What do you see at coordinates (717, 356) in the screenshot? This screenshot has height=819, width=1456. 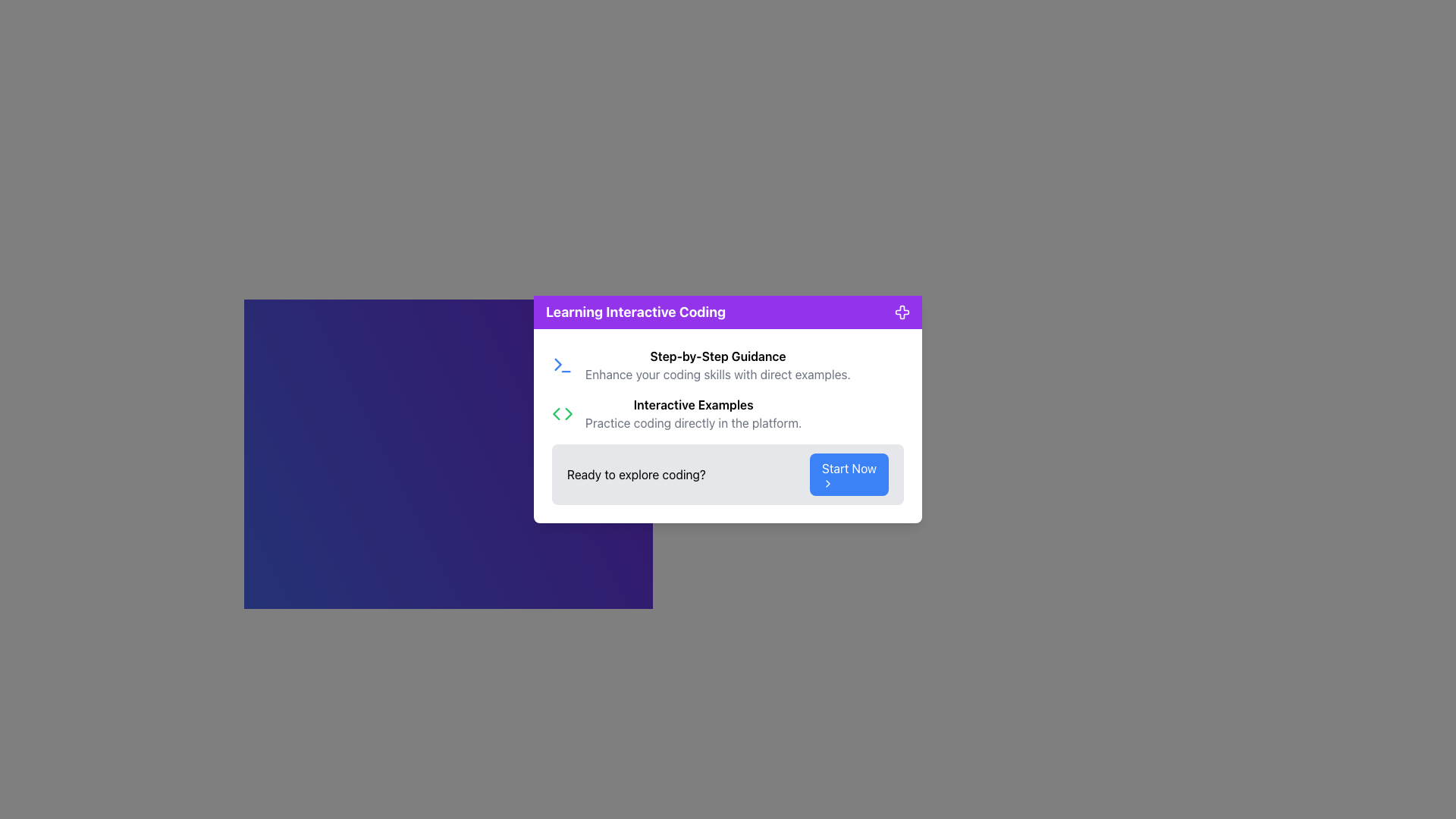 I see `the Text Label that serves as a heading or title in the white card section under the purple header 'Learning Interactive Coding'` at bounding box center [717, 356].